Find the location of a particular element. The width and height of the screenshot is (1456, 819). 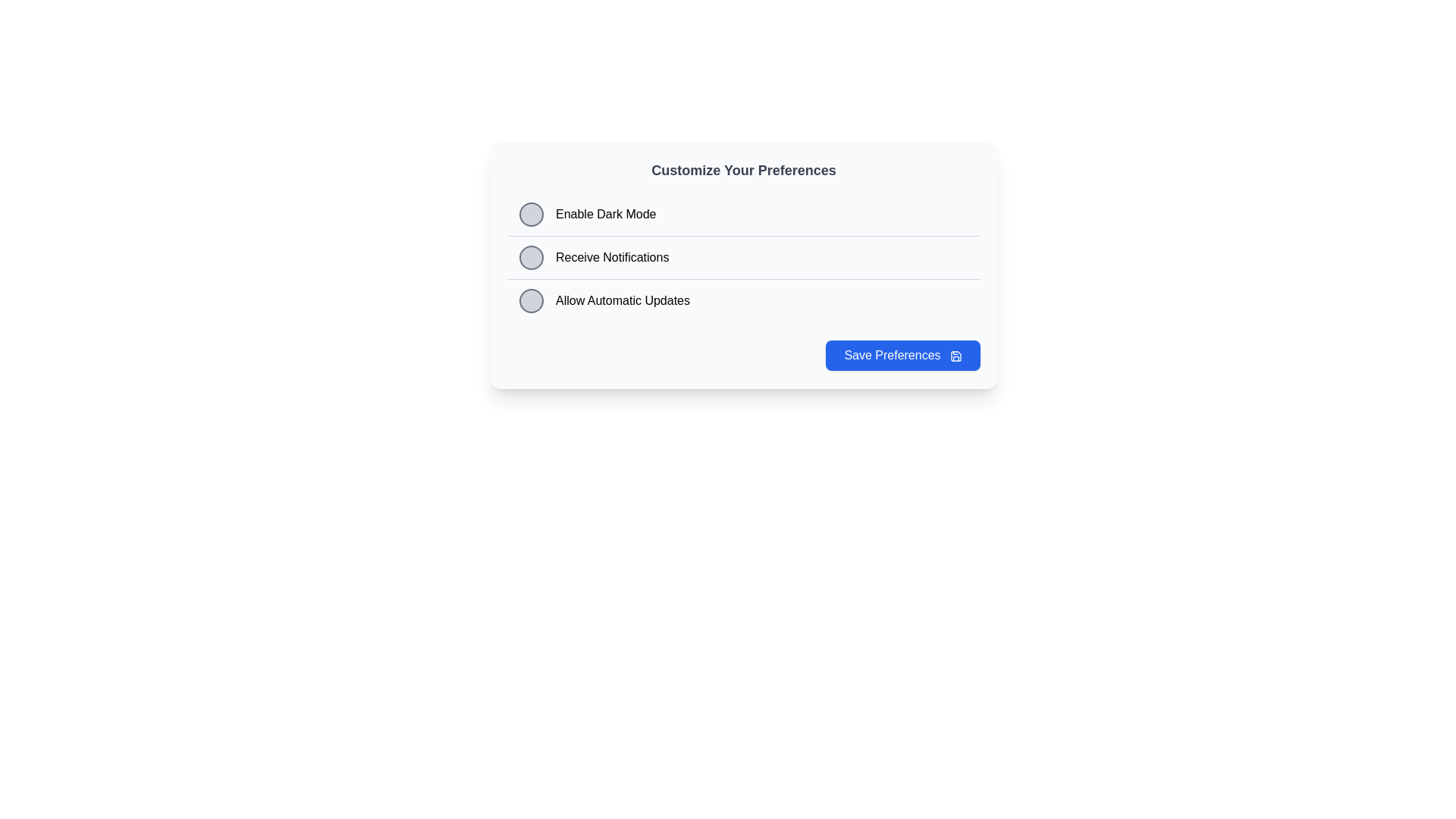

the first list item under the 'Customize Your Preferences' section is located at coordinates (743, 214).